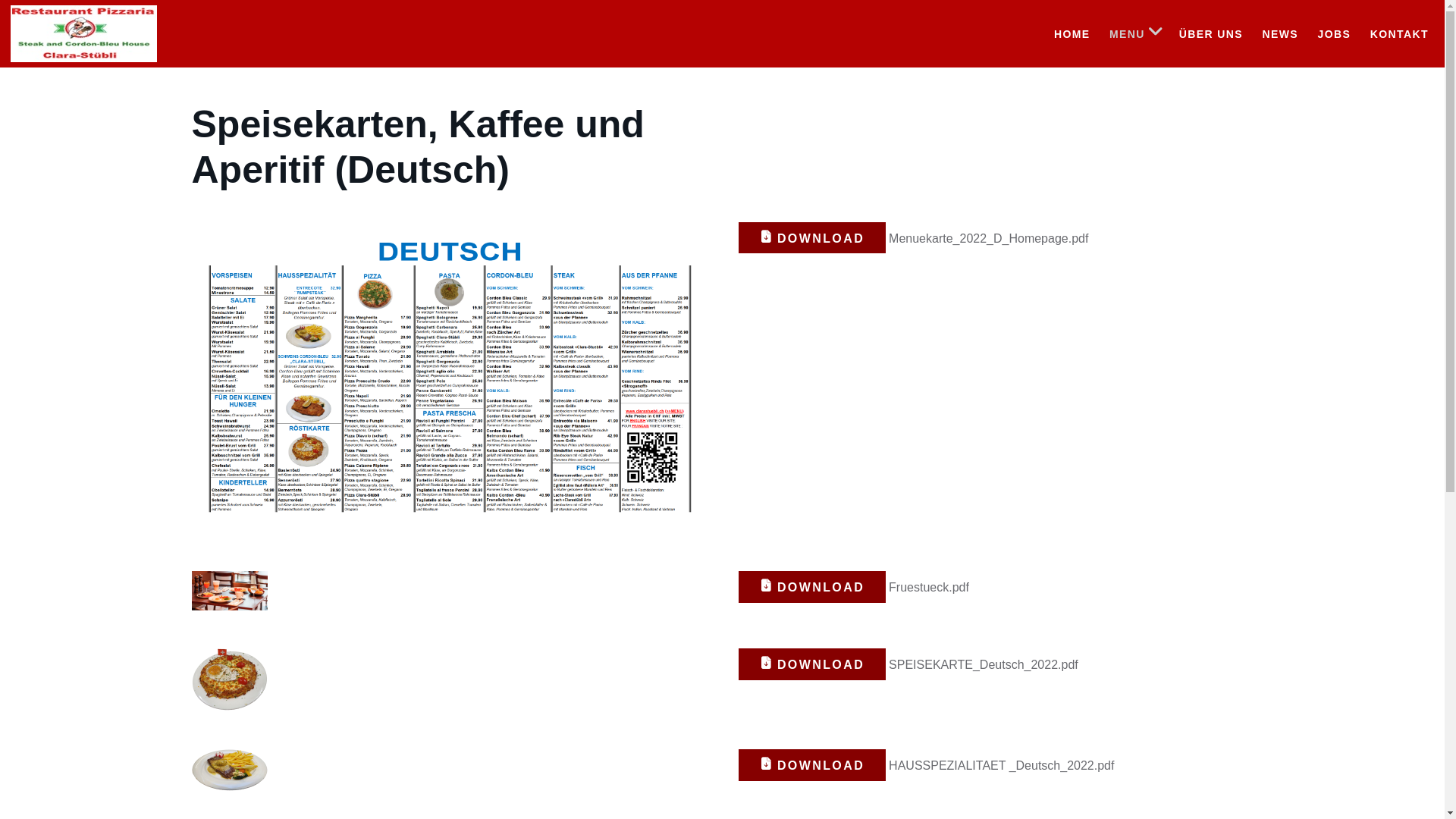 This screenshot has width=1456, height=819. I want to click on 'DOWNLOAD', so click(811, 237).